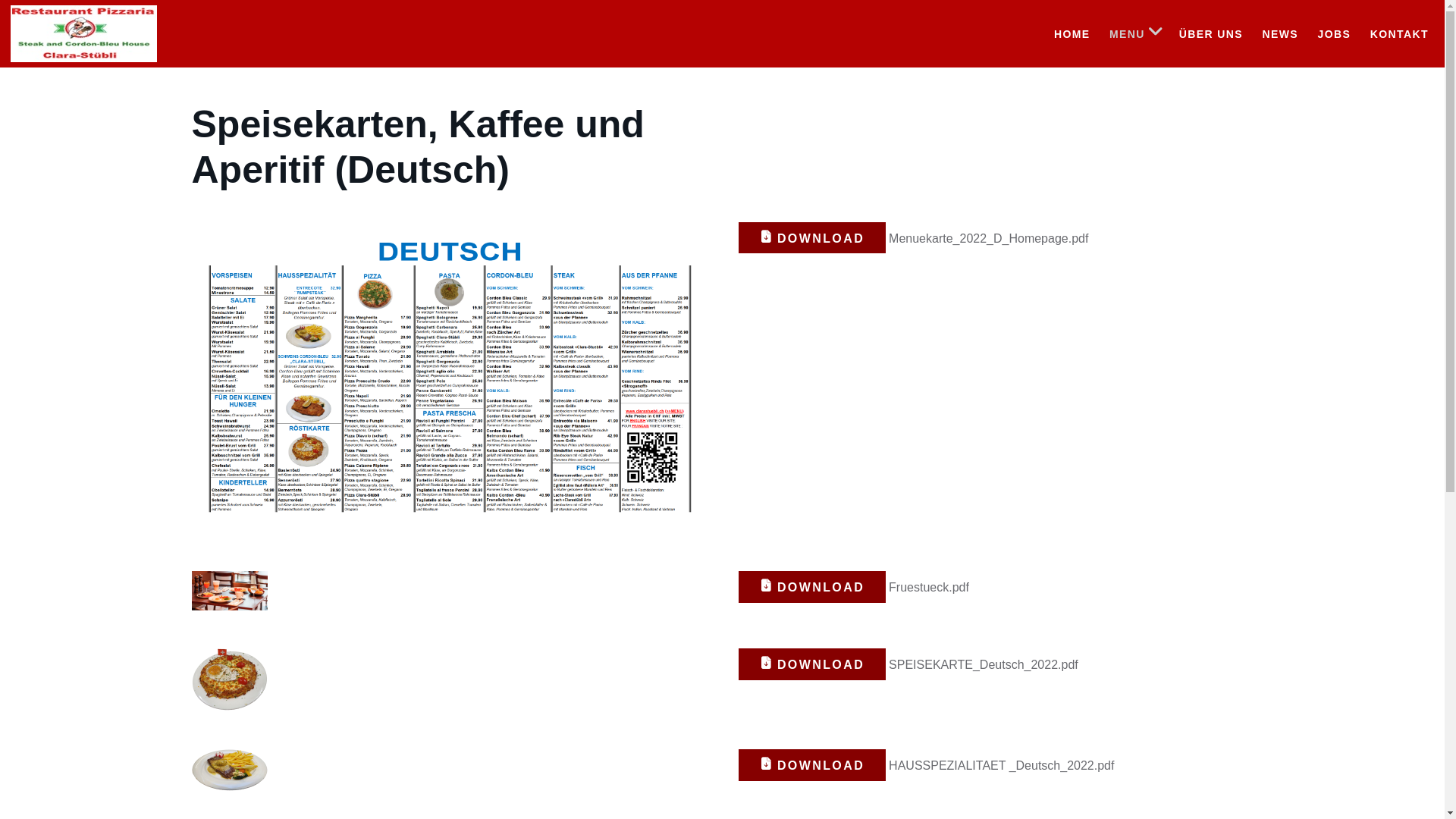 This screenshot has width=1456, height=819. I want to click on 'DOWNLOAD', so click(811, 237).